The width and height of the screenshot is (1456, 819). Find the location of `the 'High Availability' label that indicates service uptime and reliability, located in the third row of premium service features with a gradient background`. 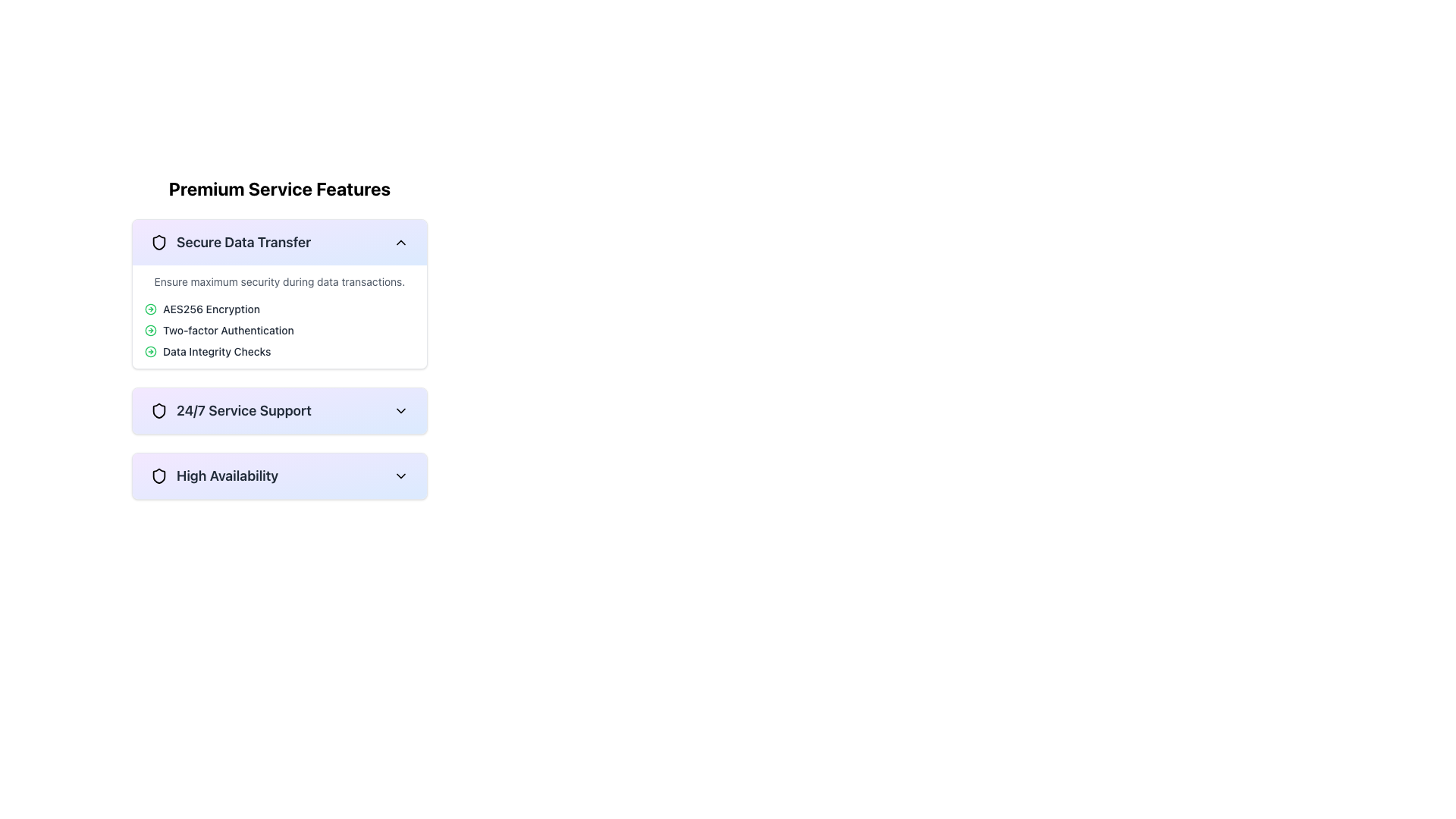

the 'High Availability' label that indicates service uptime and reliability, located in the third row of premium service features with a gradient background is located at coordinates (214, 475).